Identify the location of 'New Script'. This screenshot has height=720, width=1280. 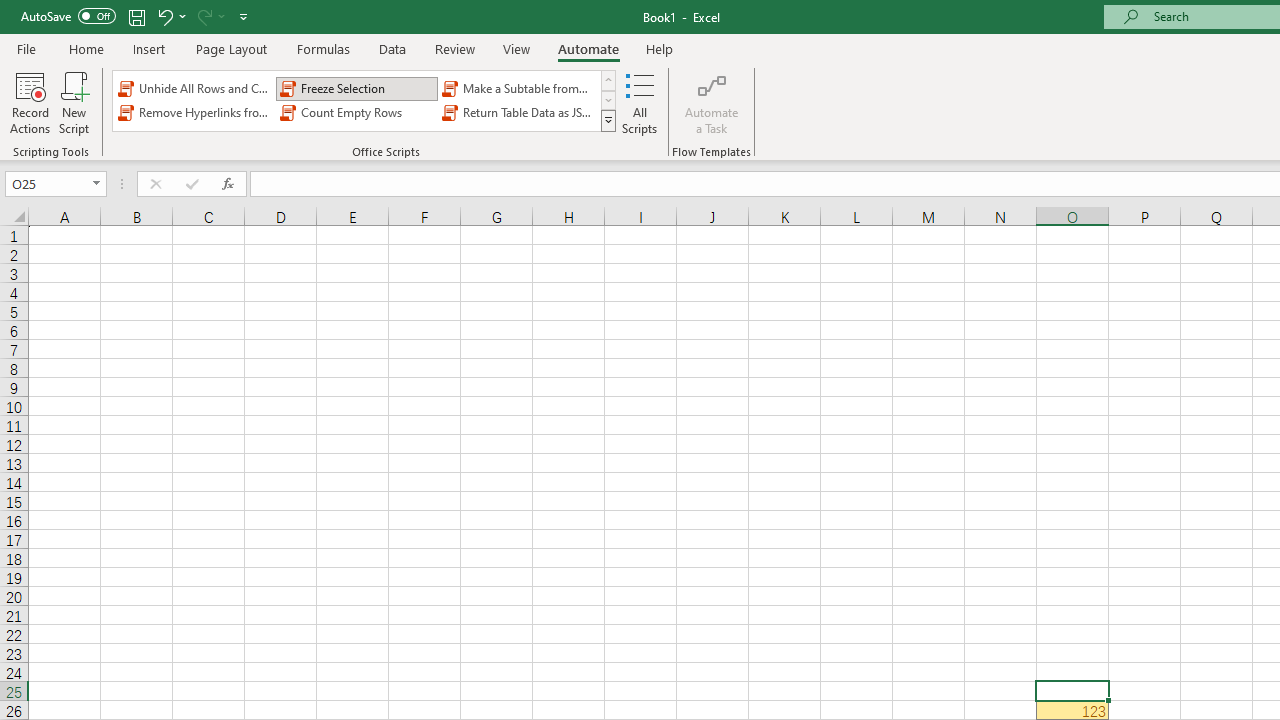
(73, 103).